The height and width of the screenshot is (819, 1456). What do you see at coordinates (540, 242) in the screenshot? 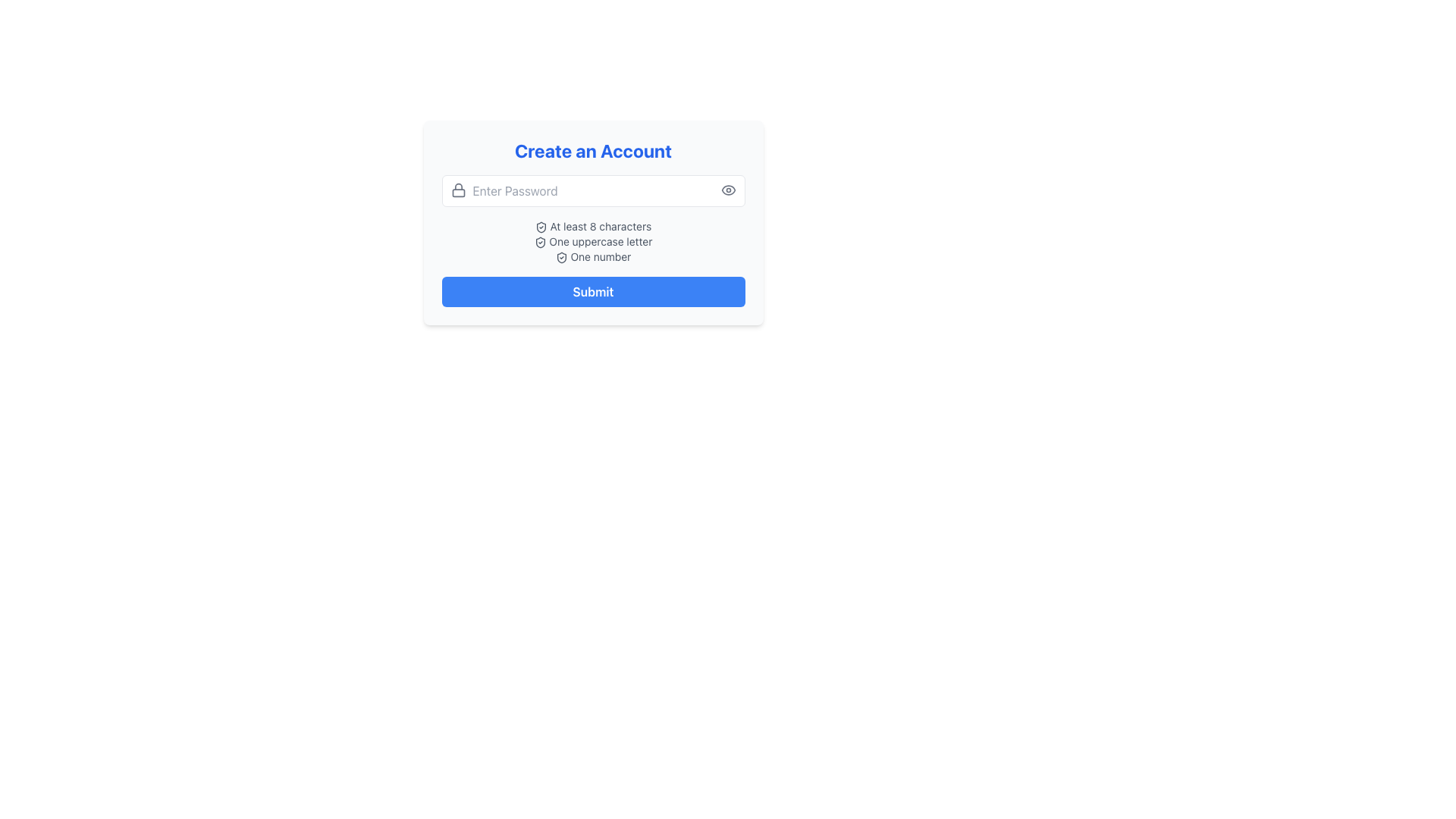
I see `the shield icon with a checkmark that indicates the requirement of 'One uppercase letter' in the password conditions list, which is the middle icon in the sequence` at bounding box center [540, 242].